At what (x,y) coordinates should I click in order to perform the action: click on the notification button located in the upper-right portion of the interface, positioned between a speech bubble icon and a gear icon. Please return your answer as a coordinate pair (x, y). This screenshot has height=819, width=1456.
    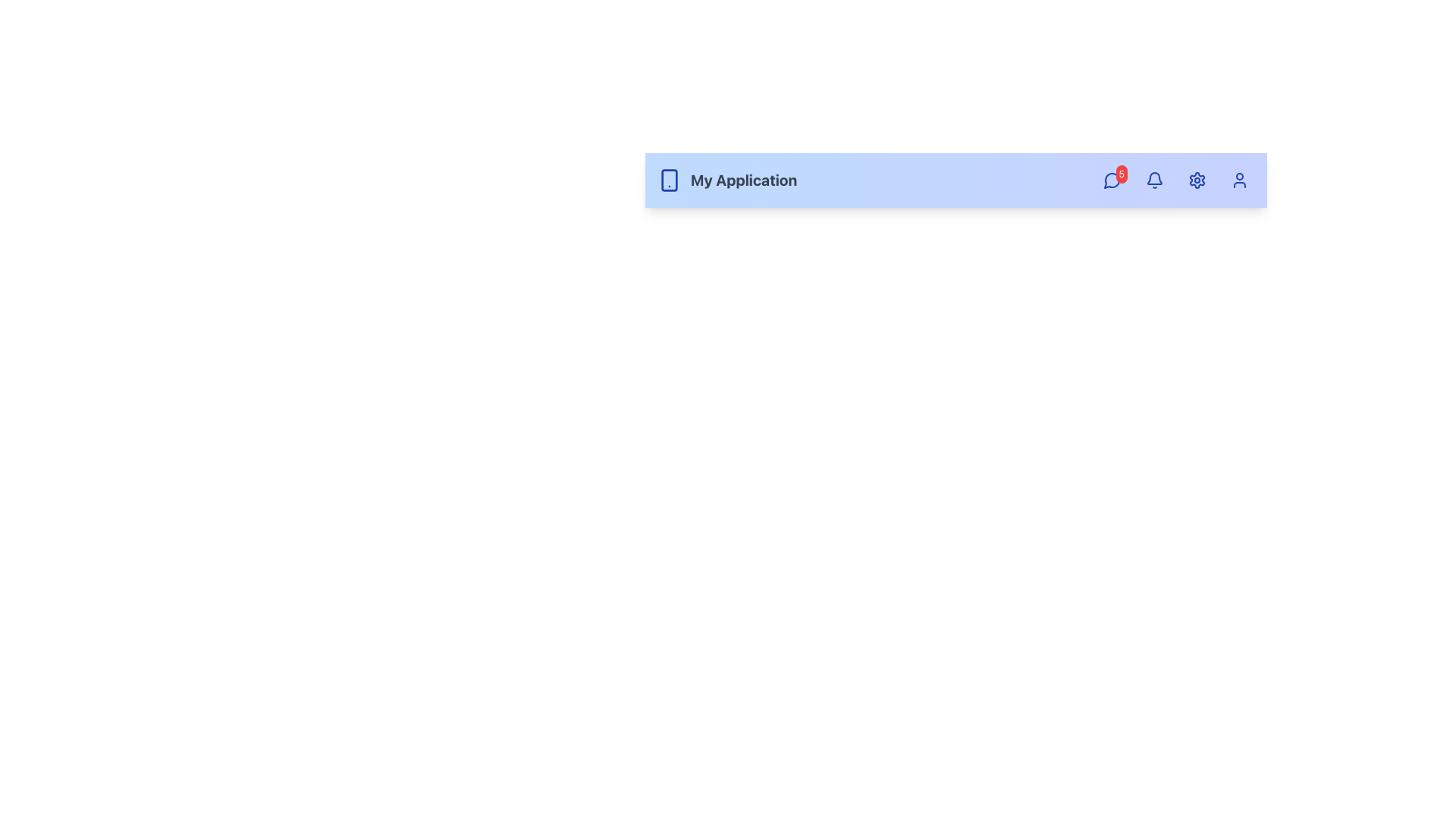
    Looking at the image, I should click on (1153, 180).